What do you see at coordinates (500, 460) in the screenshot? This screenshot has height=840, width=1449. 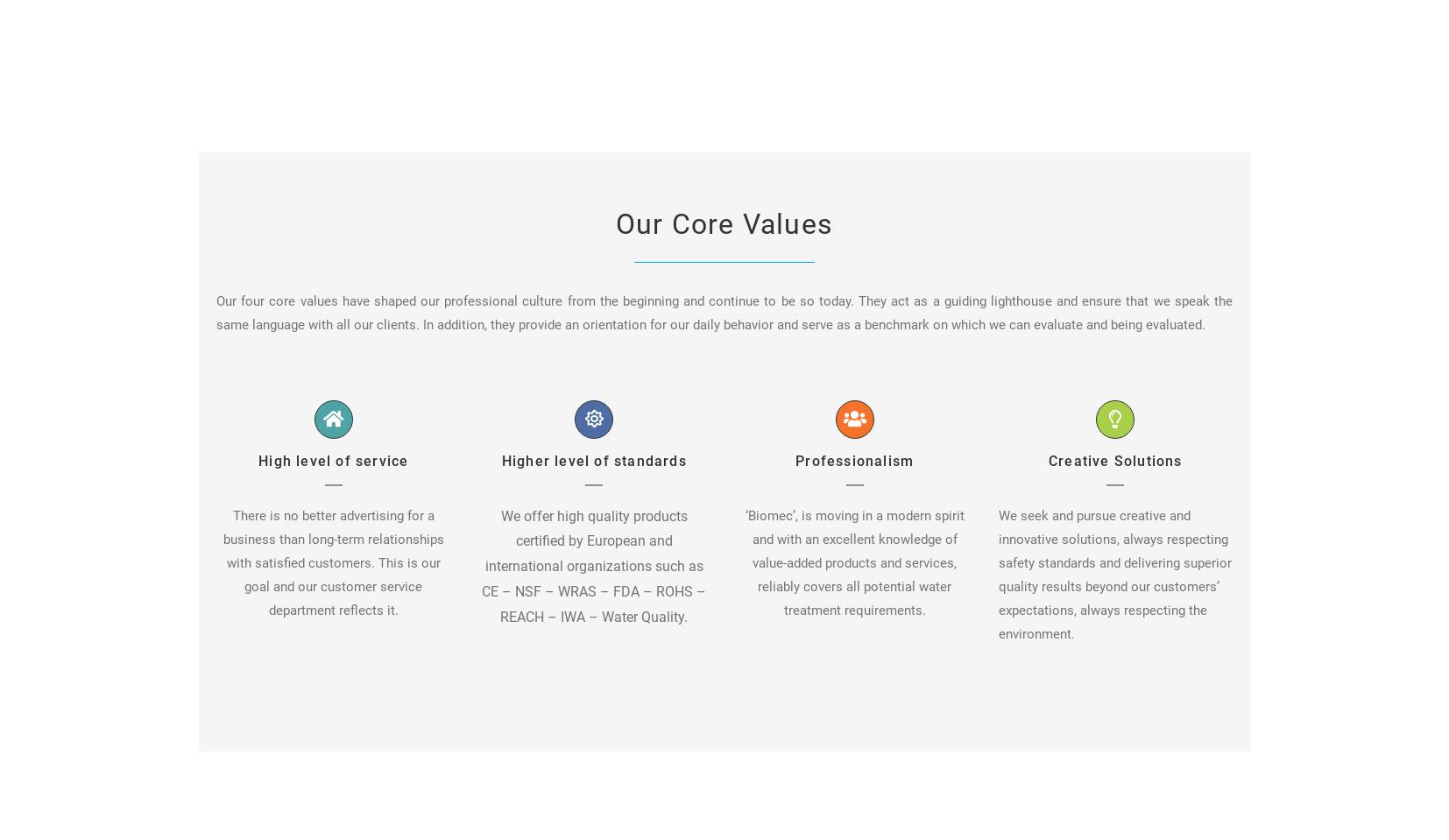 I see `'Higher level of standards'` at bounding box center [500, 460].